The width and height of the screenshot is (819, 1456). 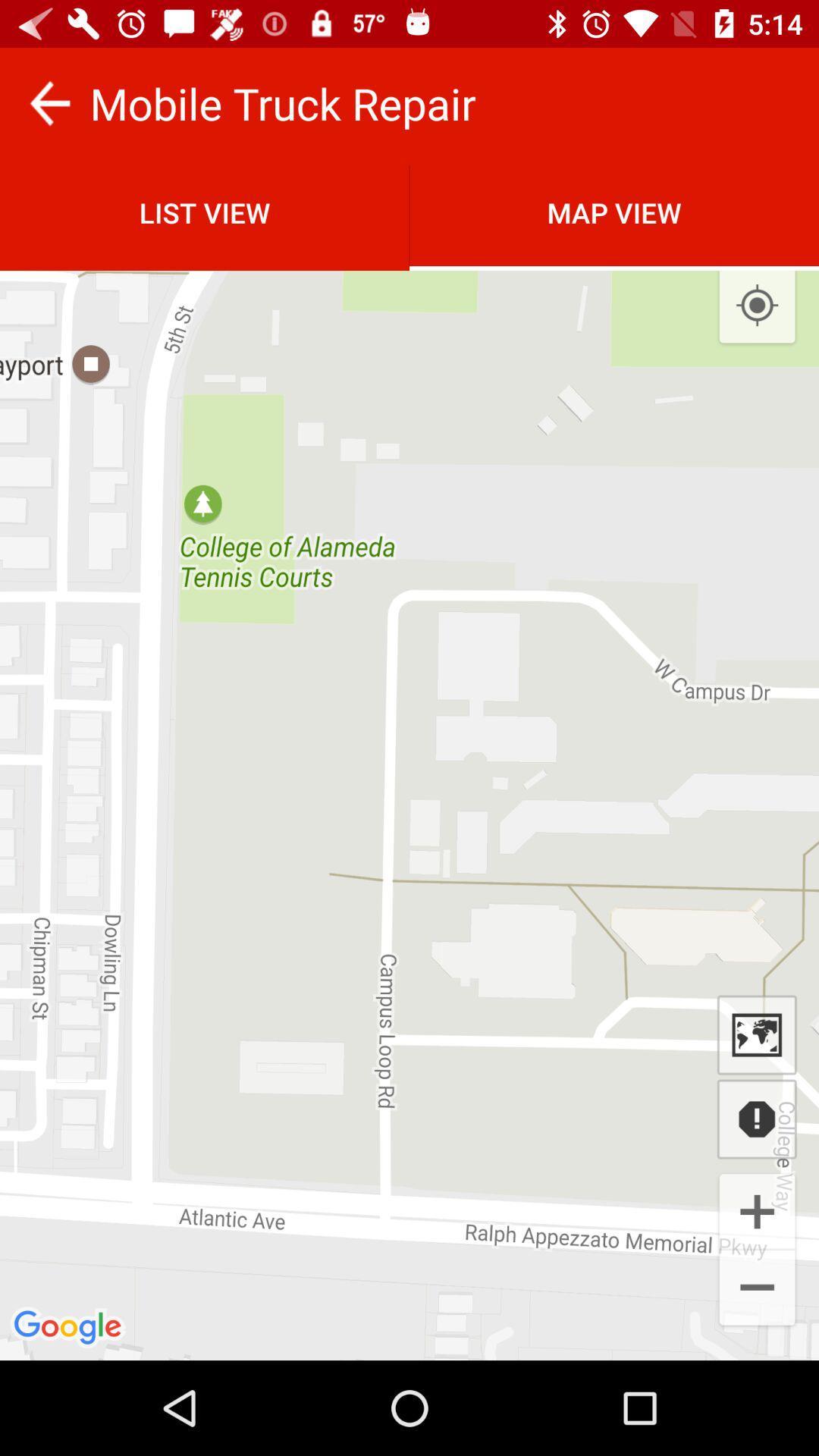 I want to click on the item to the right of the list view item, so click(x=757, y=305).